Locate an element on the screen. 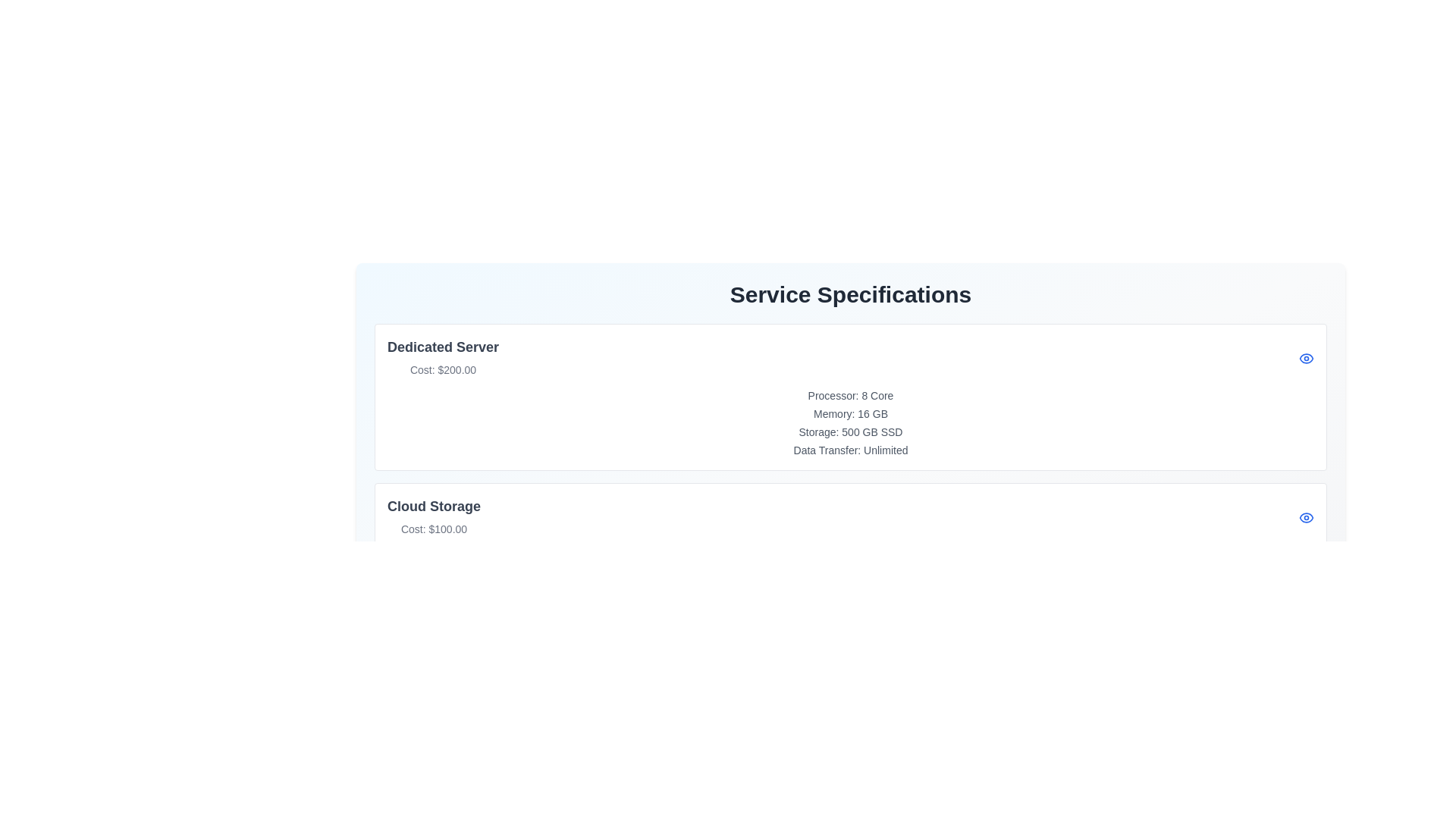 The width and height of the screenshot is (1456, 819). the heading text located at the top section of the light gradient box that introduces content about dedicated servers and cloud storage is located at coordinates (851, 295).